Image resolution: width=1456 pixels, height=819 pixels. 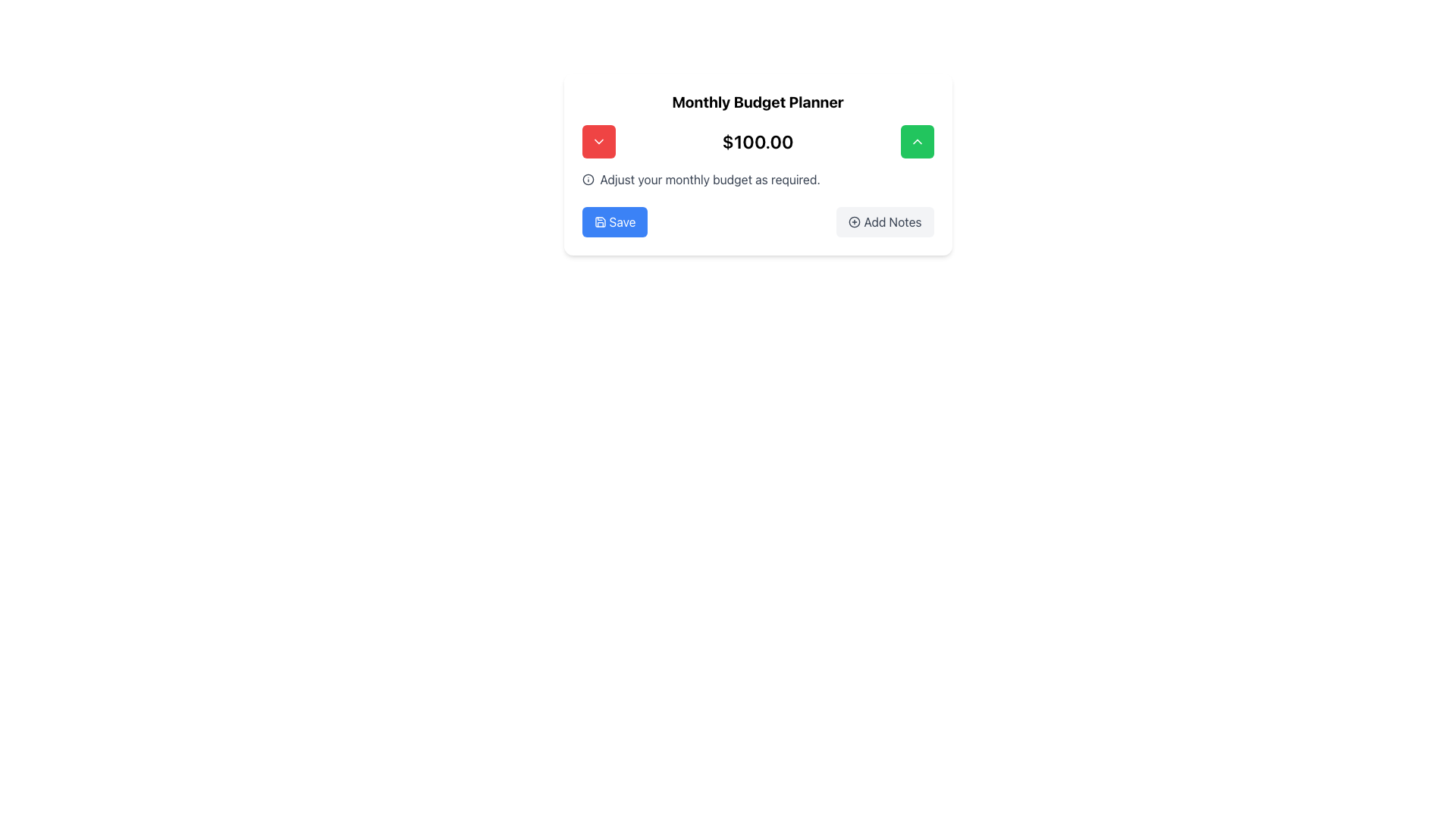 I want to click on the Save icon, which resembles a floppy disk, located within the blue 'Save' button at the lower-left part of the card interface to initiate save, so click(x=599, y=222).